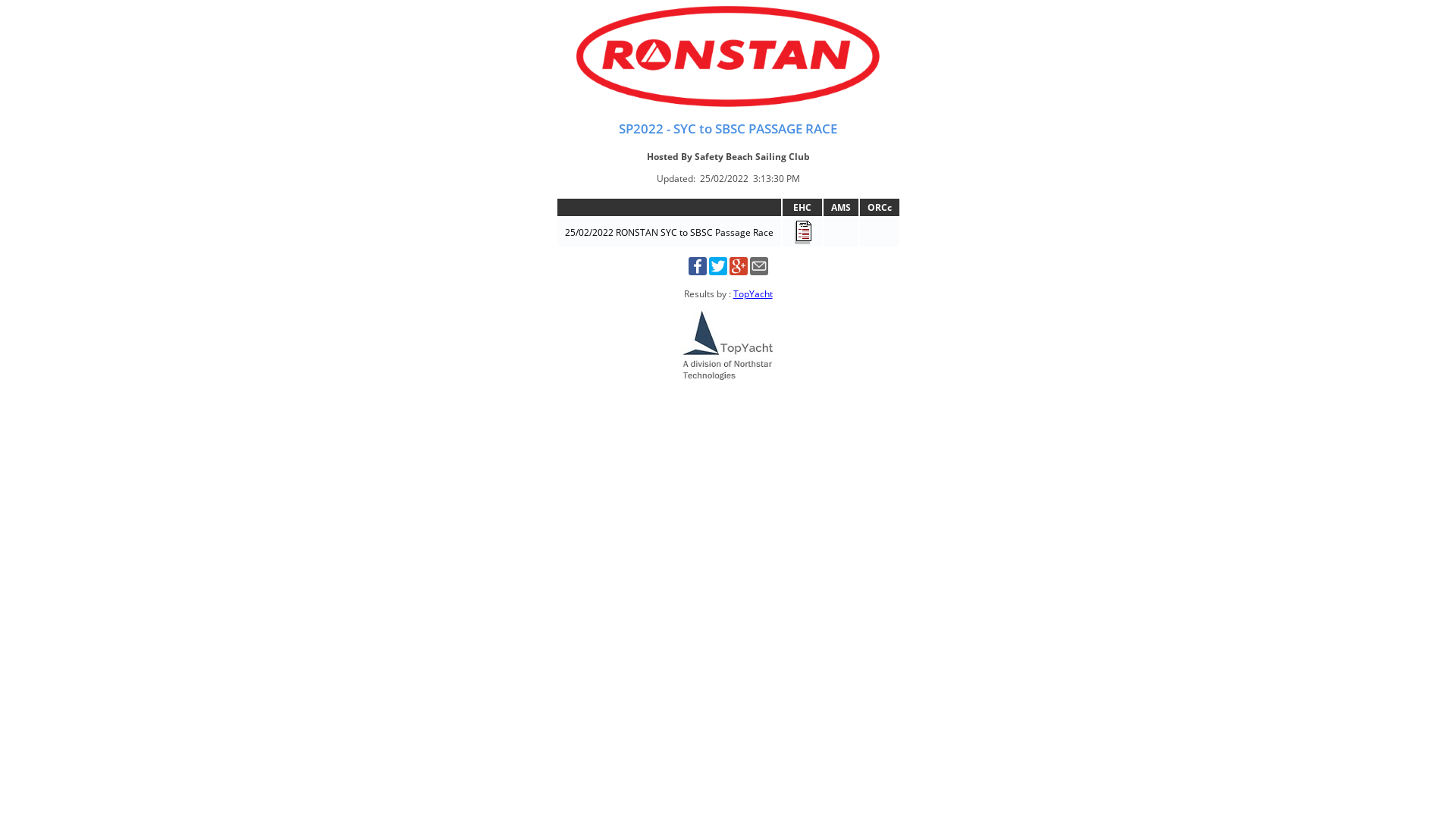 The width and height of the screenshot is (1456, 819). I want to click on 'TopYacht', so click(732, 293).